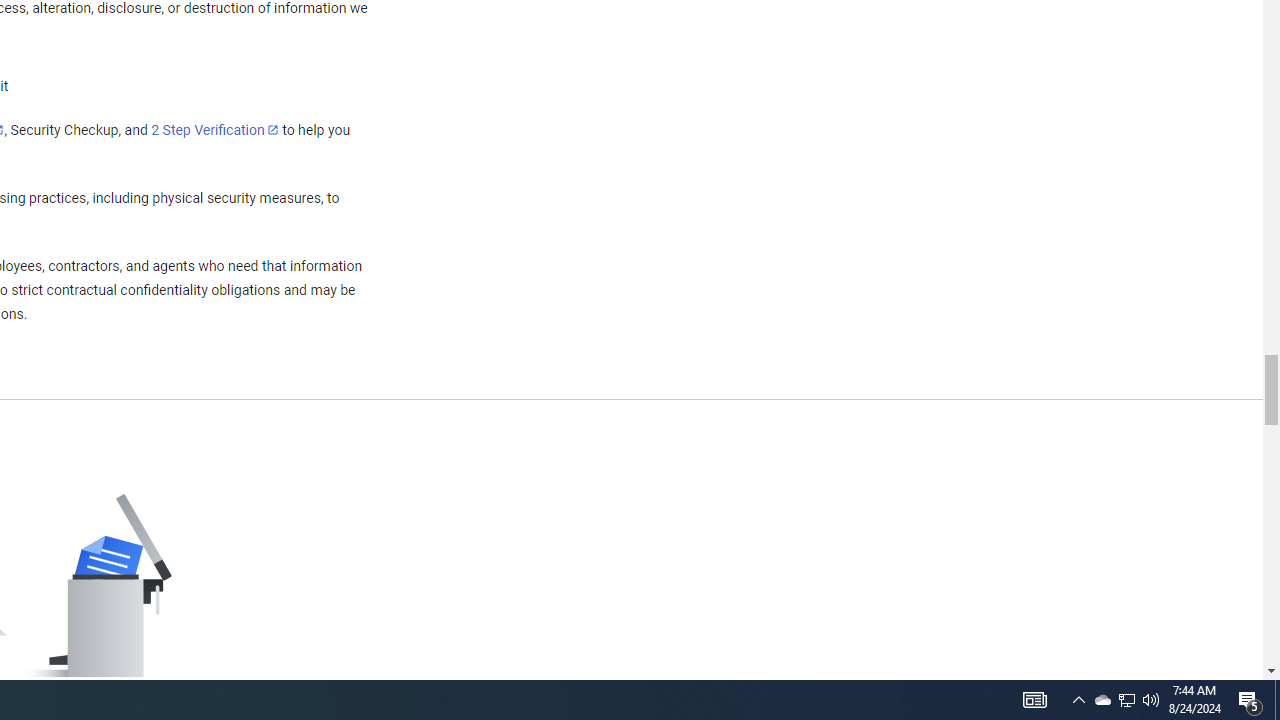 This screenshot has width=1280, height=720. Describe the element at coordinates (215, 129) in the screenshot. I see `'2 Step Verification'` at that location.